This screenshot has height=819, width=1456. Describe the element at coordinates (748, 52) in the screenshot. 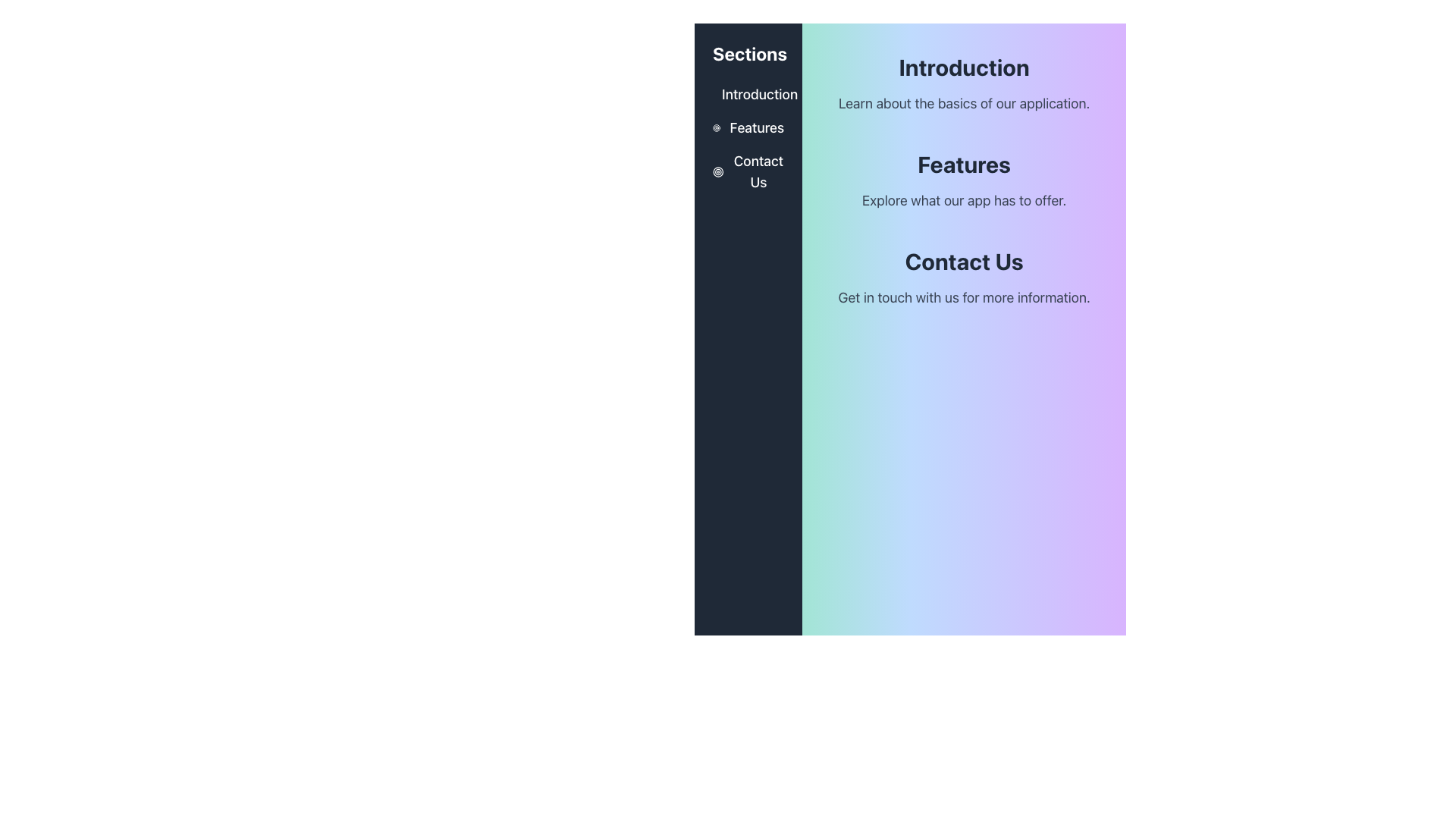

I see `the static text heading located at the upper-left section of the sidebar, which serves as a label for the navigational links below it` at that location.